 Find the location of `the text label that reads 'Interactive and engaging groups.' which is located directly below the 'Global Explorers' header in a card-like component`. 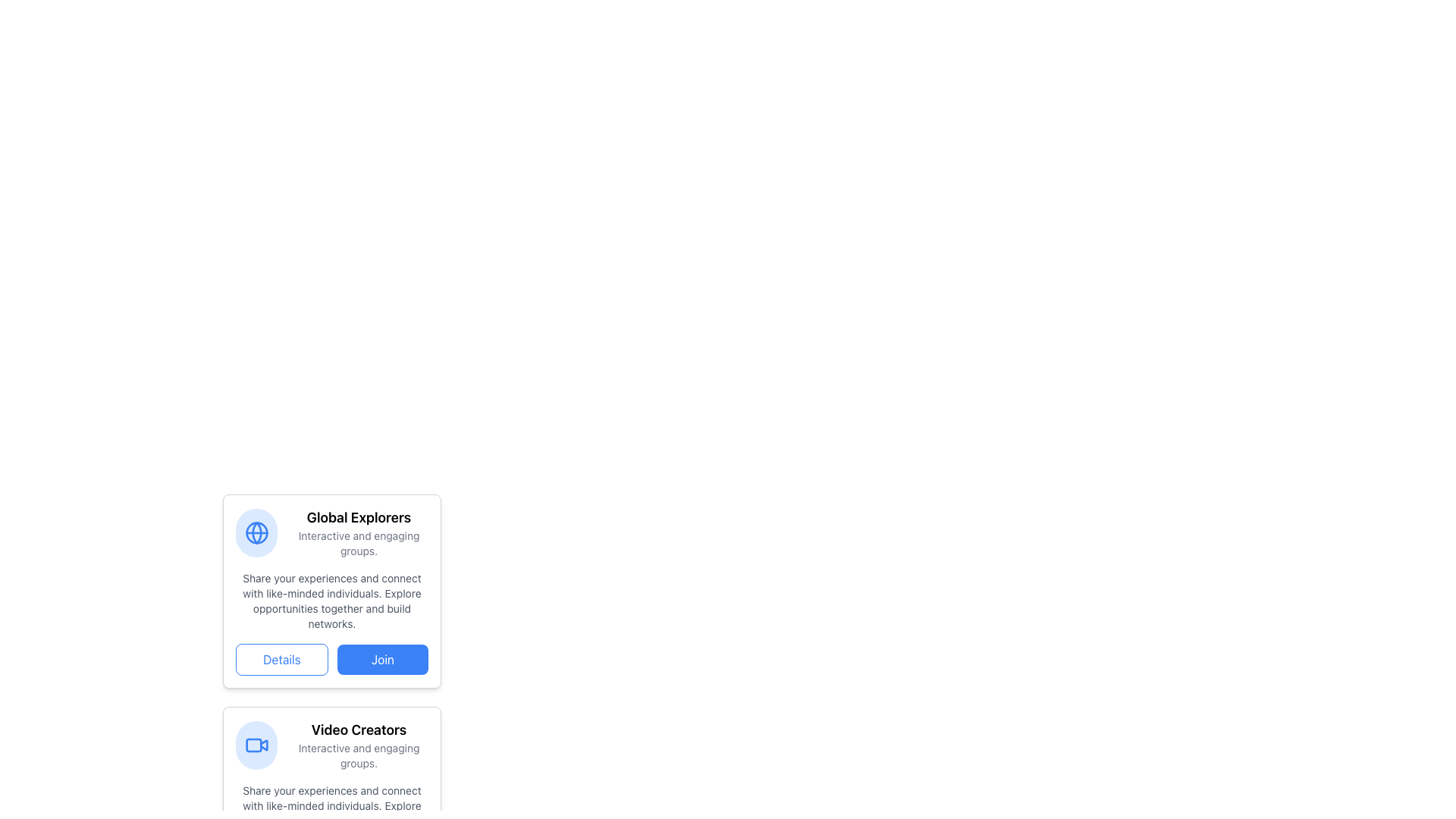

the text label that reads 'Interactive and engaging groups.' which is located directly below the 'Global Explorers' header in a card-like component is located at coordinates (358, 543).